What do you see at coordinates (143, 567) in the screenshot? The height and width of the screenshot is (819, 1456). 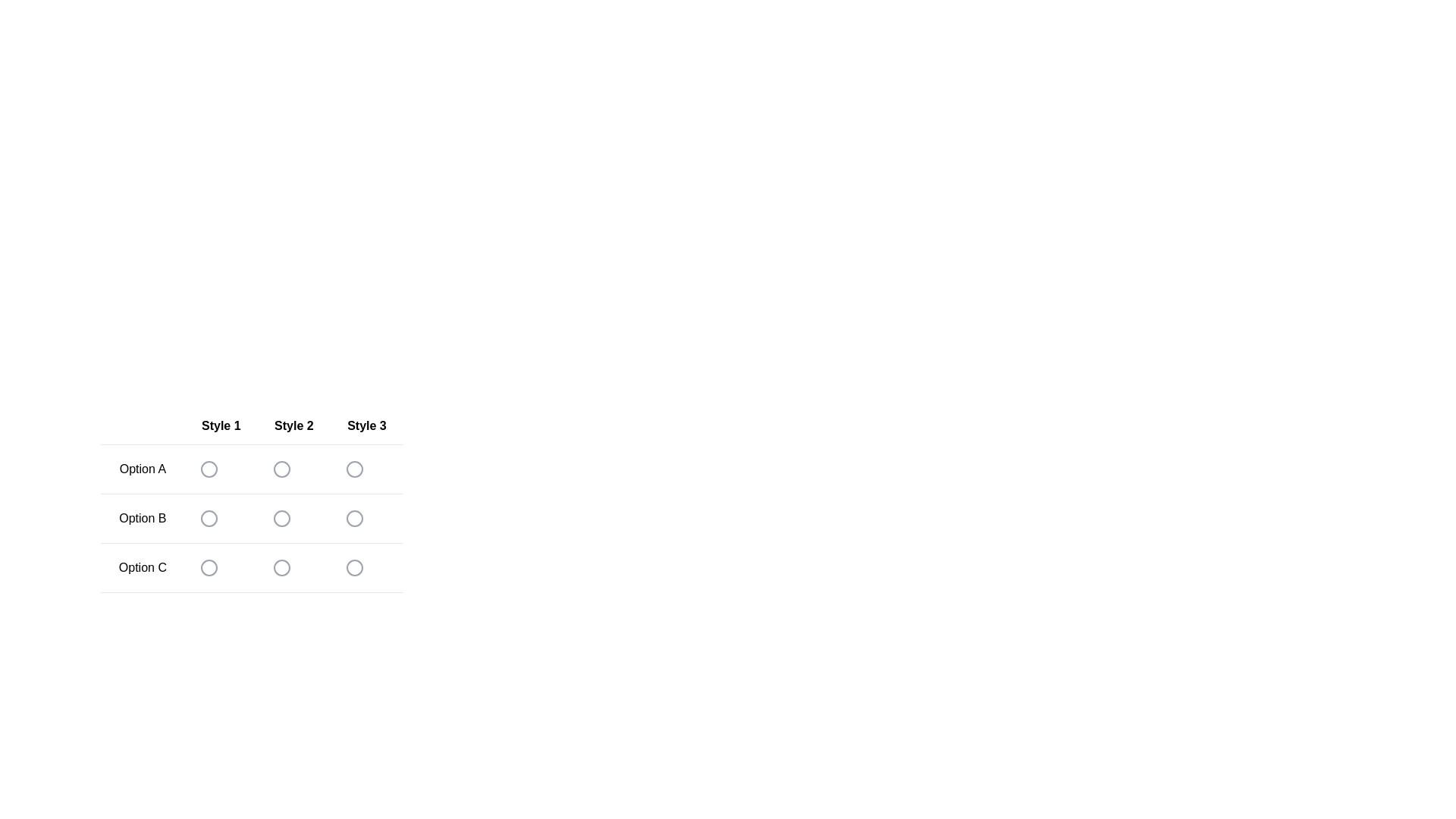 I see `the Text Label displaying 'Option C'` at bounding box center [143, 567].